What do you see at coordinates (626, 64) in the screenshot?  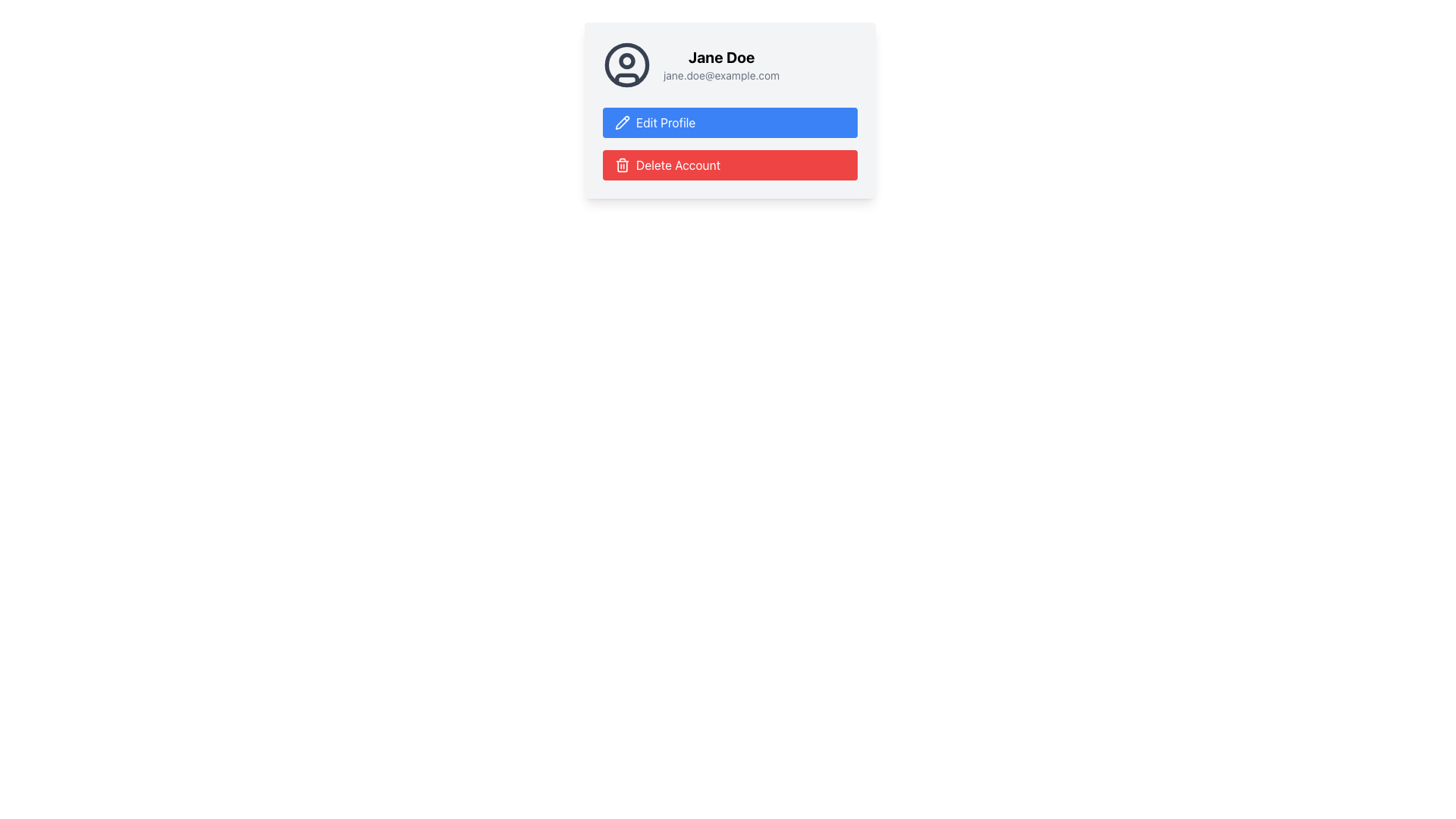 I see `the circular user avatar icon with a dark gray outline and white interior, located to the left of the 'Jane Doe' text block` at bounding box center [626, 64].